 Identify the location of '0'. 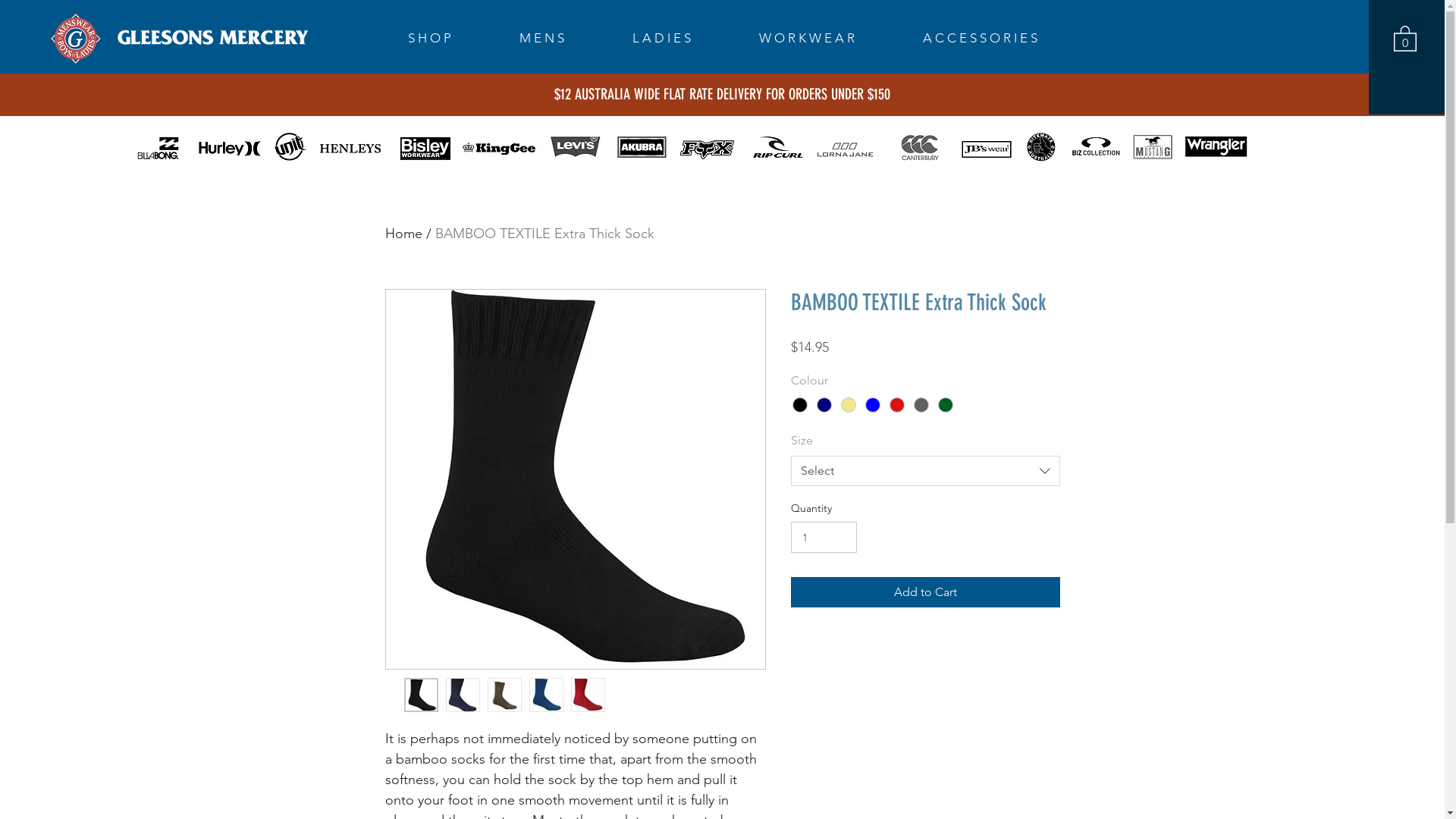
(1404, 37).